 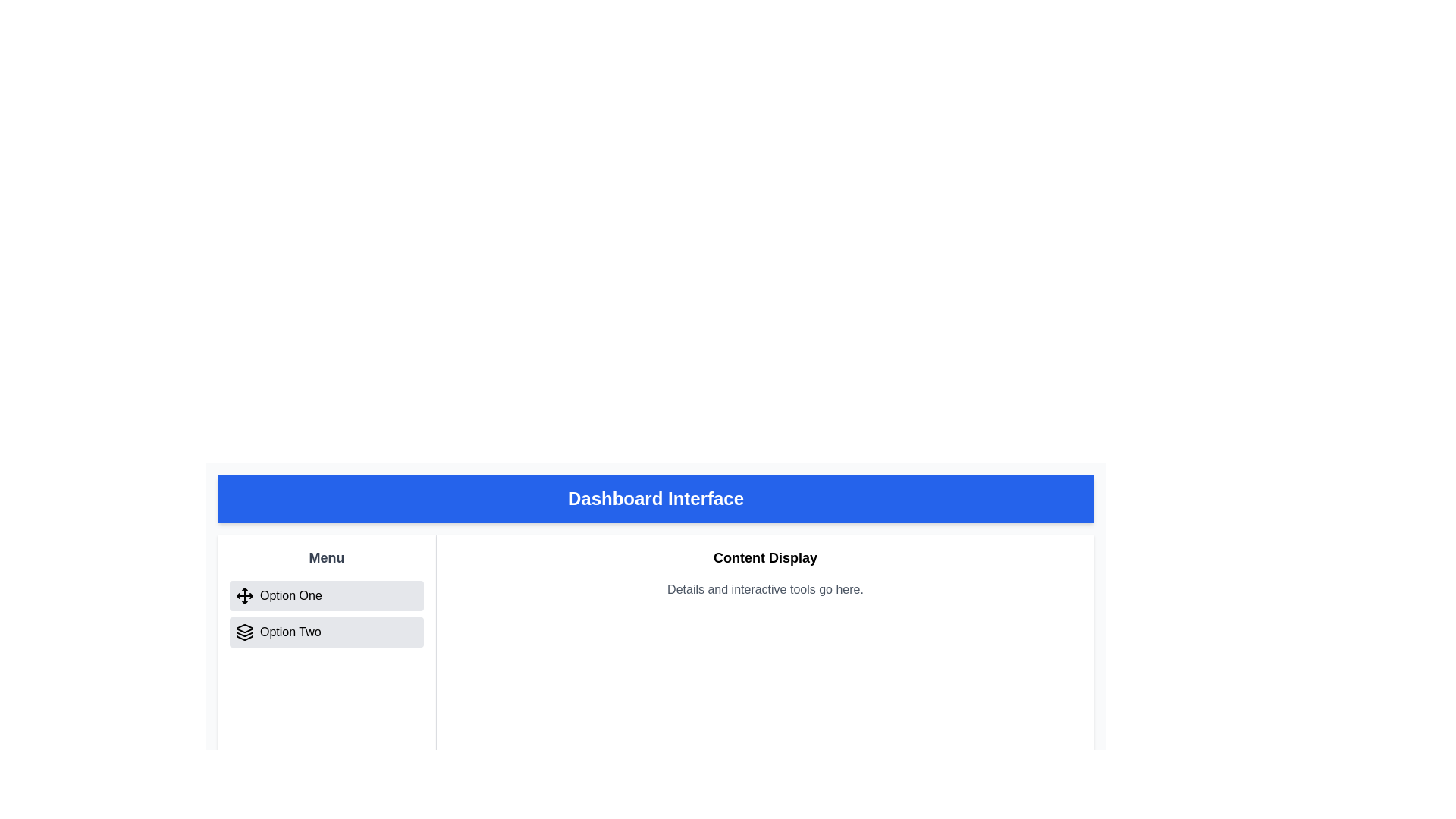 What do you see at coordinates (655, 499) in the screenshot?
I see `the Static Banner with a blue background and white text stating 'Dashboard Interface', which is centrally aligned at the top of the interface` at bounding box center [655, 499].